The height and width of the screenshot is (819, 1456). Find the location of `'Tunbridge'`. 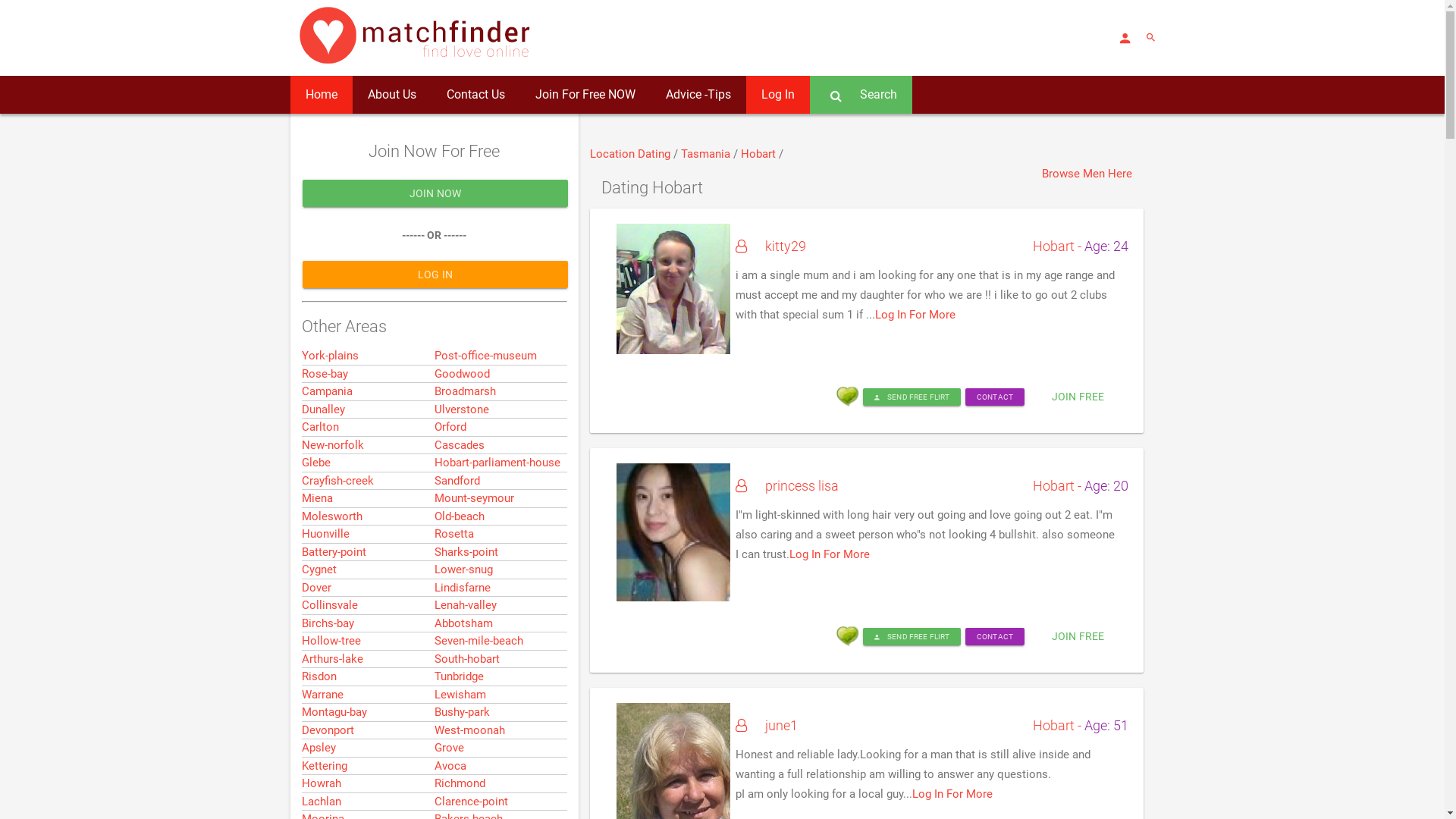

'Tunbridge' is located at coordinates (457, 675).